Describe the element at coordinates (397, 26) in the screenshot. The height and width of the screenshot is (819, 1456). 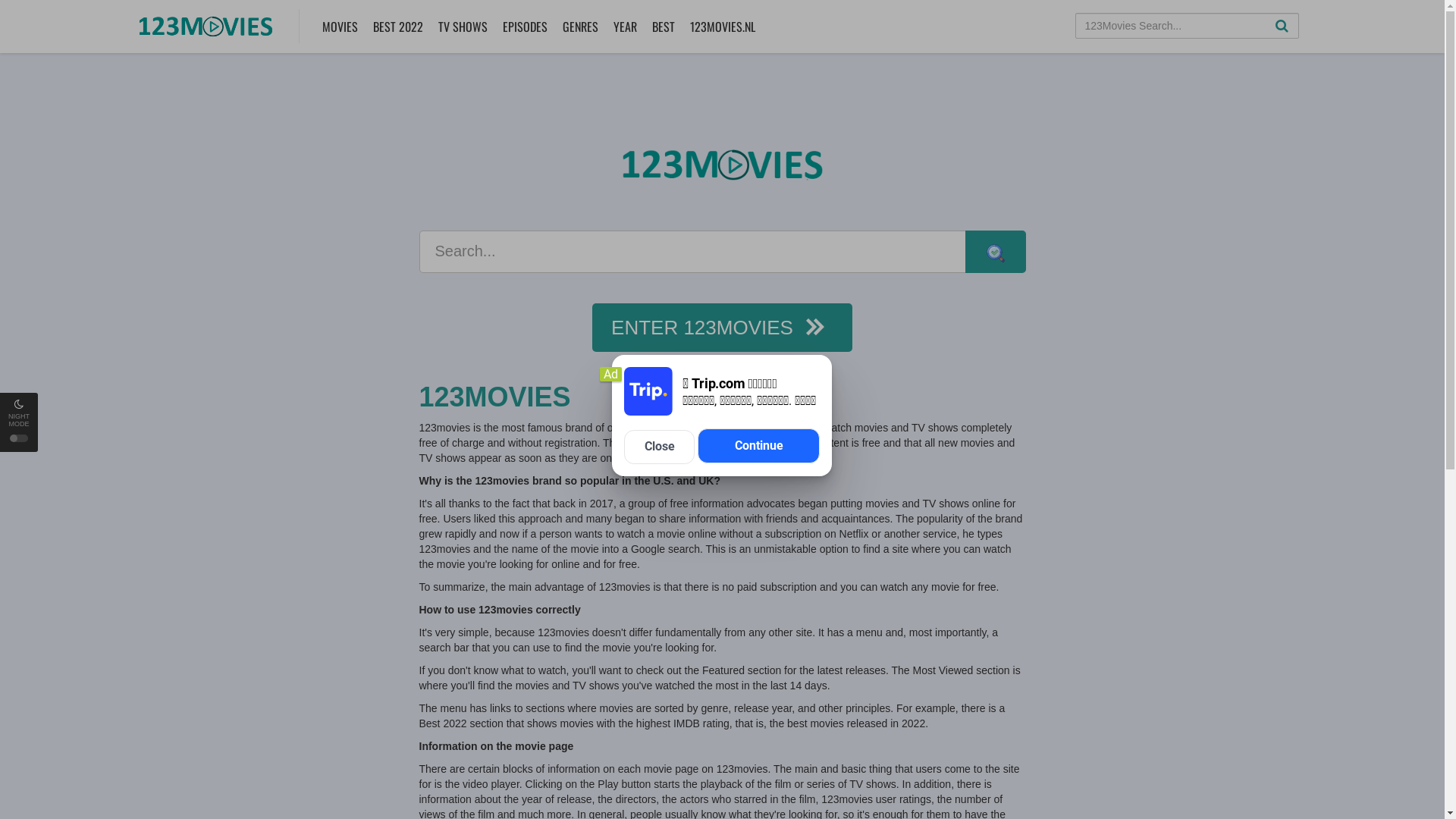
I see `'BEST 2022'` at that location.